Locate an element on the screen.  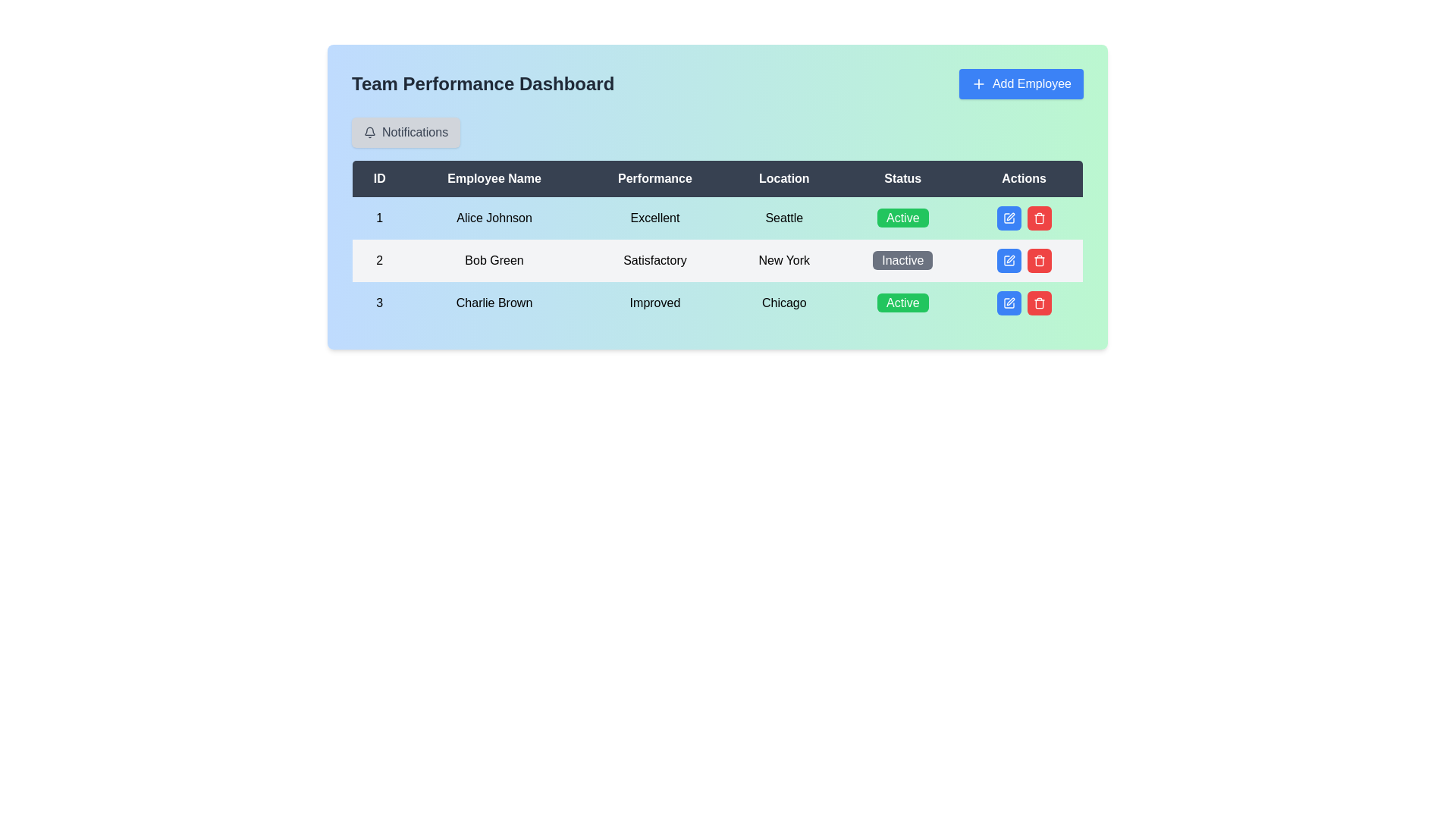
the delete IconButton located in the rightmost column of the 'Actions' section for the row corresponding to 'Bob Green' is located at coordinates (1038, 304).